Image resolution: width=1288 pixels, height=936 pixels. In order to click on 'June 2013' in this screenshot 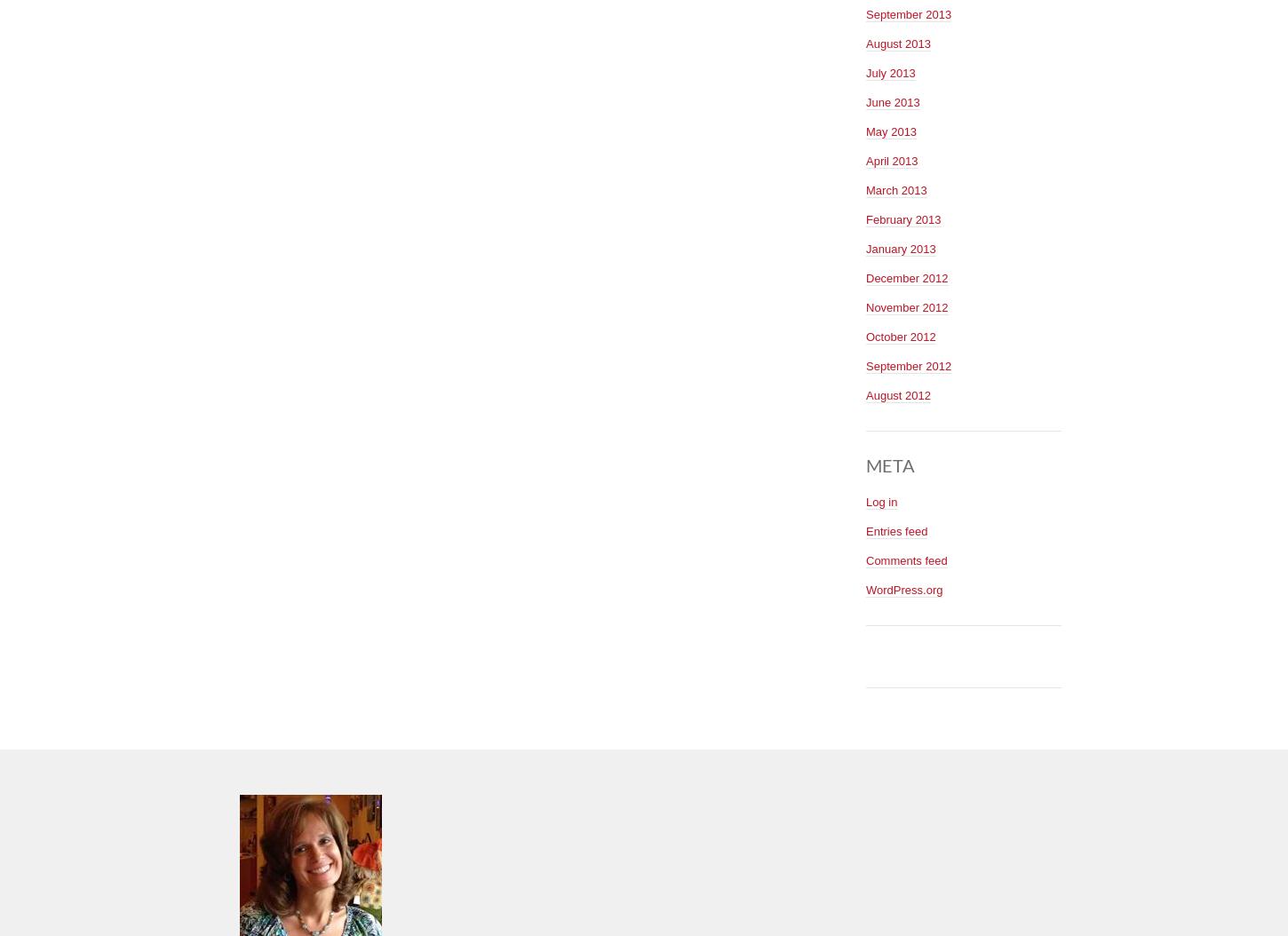, I will do `click(892, 101)`.